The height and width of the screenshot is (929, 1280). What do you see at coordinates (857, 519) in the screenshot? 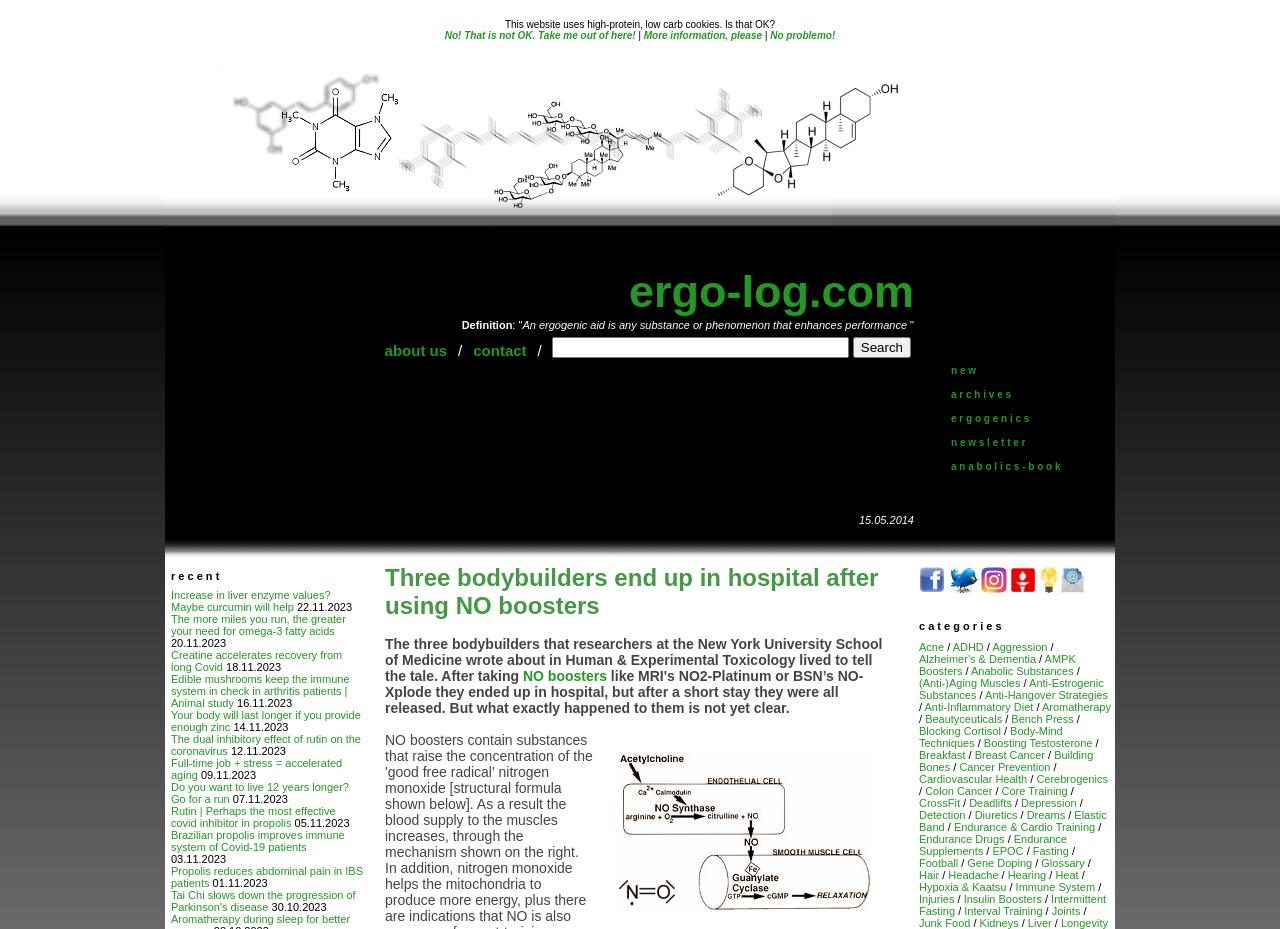
I see `'15.05.2014'` at bounding box center [857, 519].